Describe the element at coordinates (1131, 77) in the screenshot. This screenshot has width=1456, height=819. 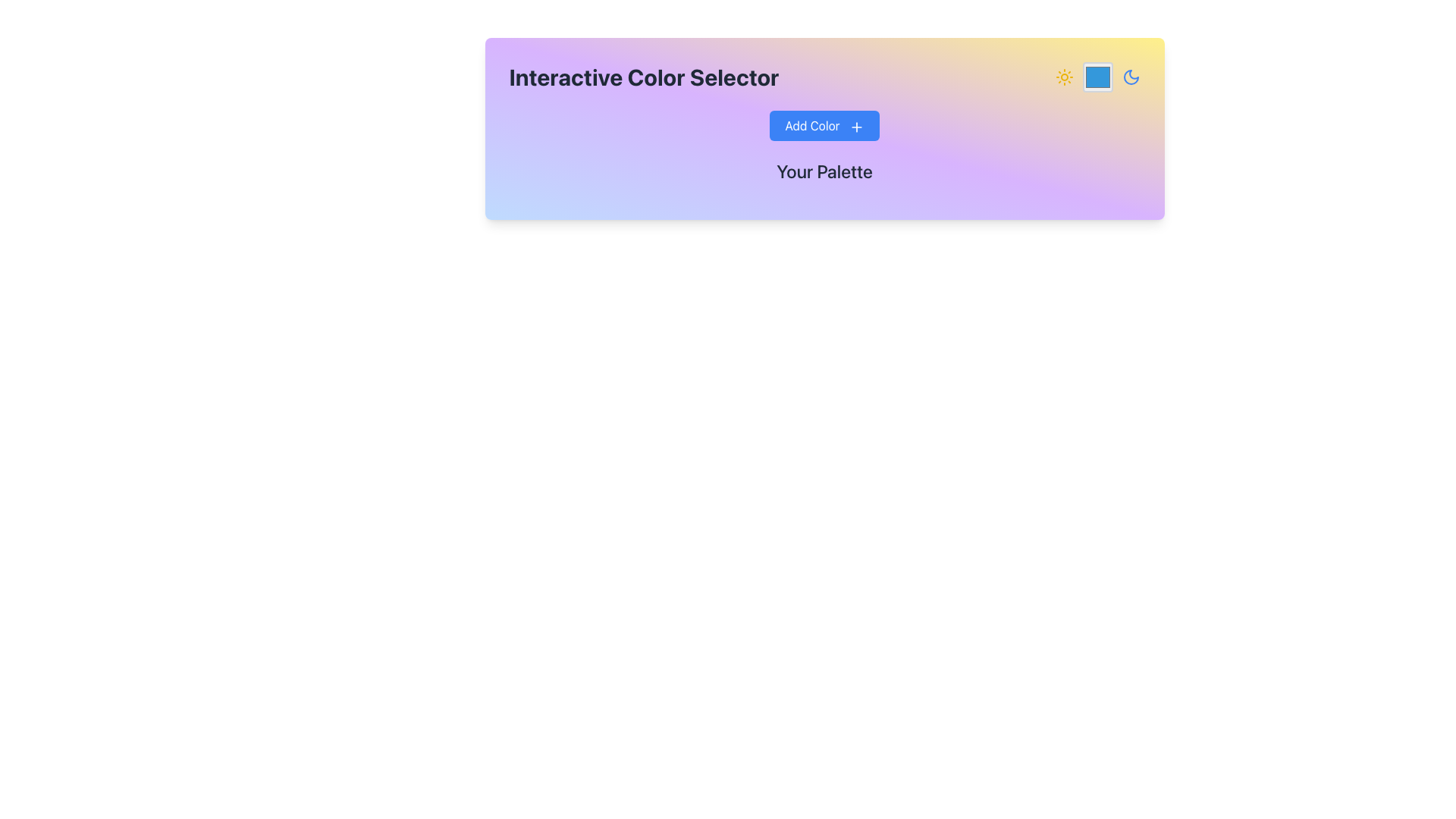
I see `the blue crescent moon icon button located at the far right of the icon row` at that location.